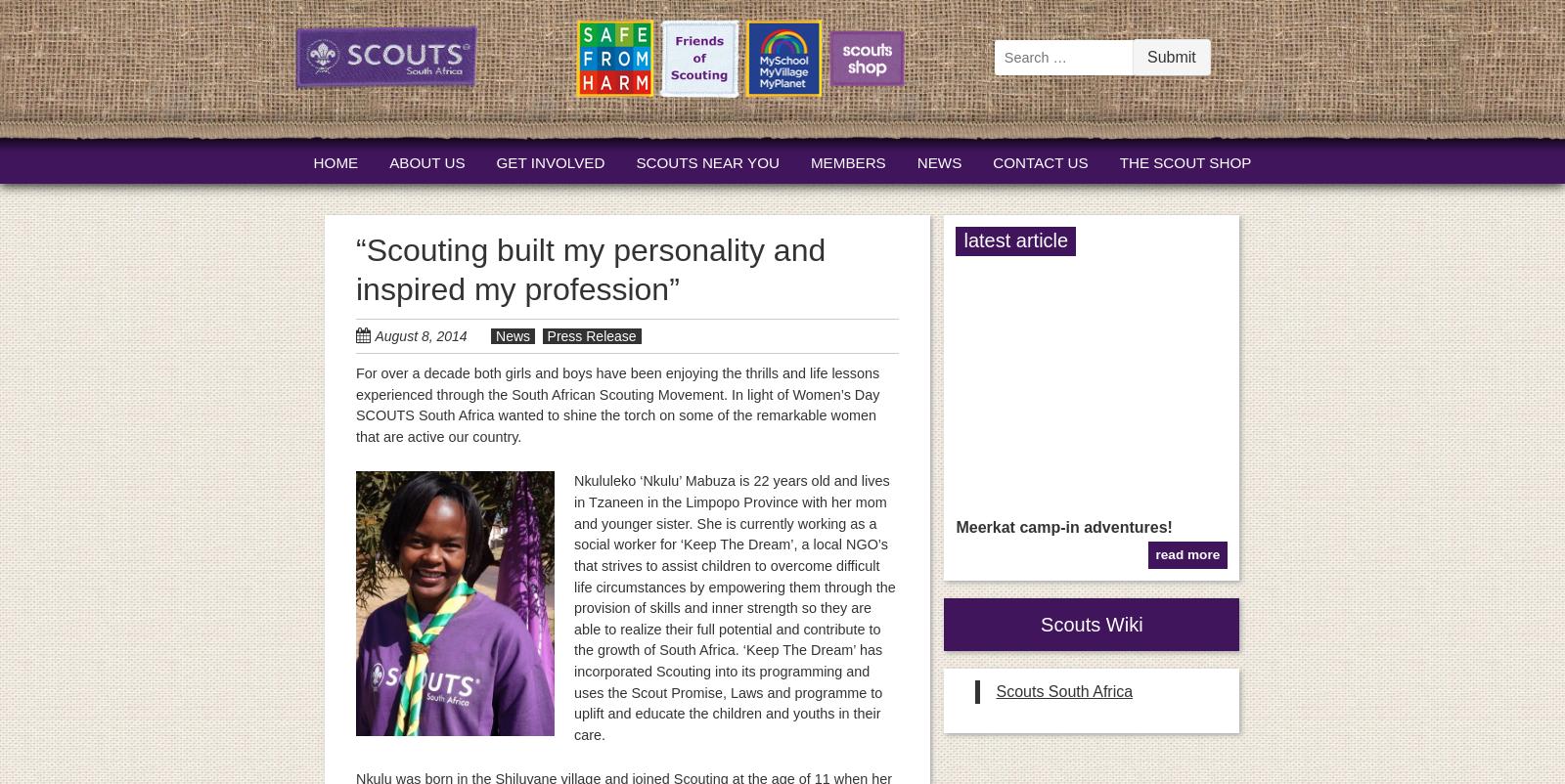 This screenshot has width=1565, height=784. I want to click on 'Scouts Wiki', so click(1092, 624).